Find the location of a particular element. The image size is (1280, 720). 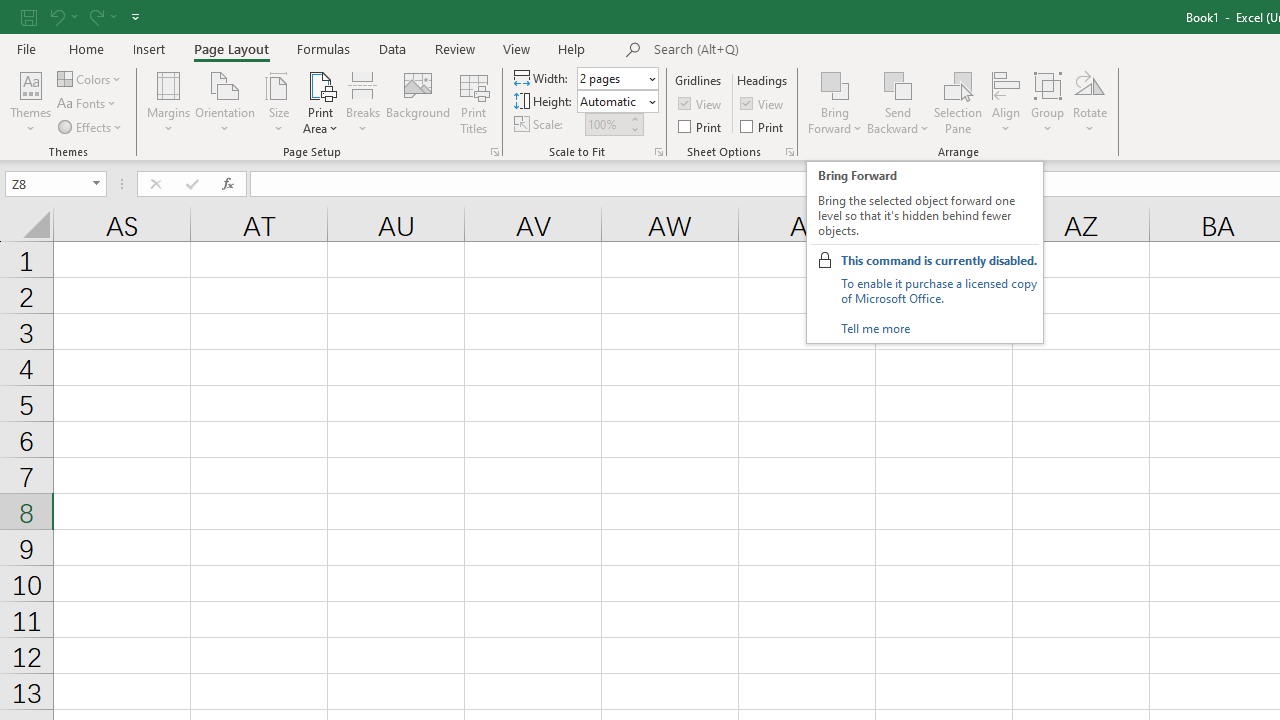

'Send Backward' is located at coordinates (897, 84).